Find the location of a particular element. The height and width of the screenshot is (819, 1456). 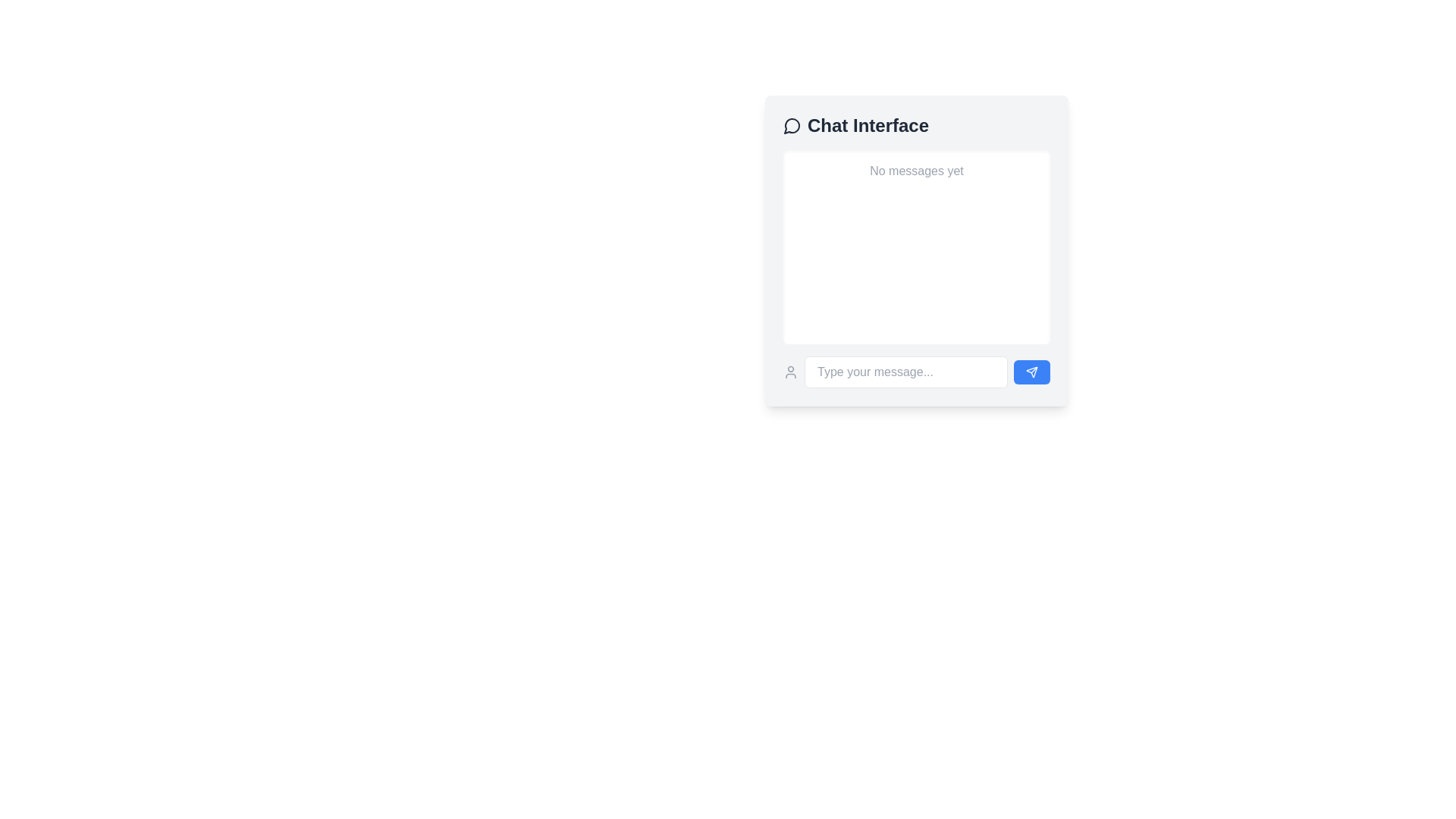

the input box of the message input area to focus and type a message is located at coordinates (916, 372).